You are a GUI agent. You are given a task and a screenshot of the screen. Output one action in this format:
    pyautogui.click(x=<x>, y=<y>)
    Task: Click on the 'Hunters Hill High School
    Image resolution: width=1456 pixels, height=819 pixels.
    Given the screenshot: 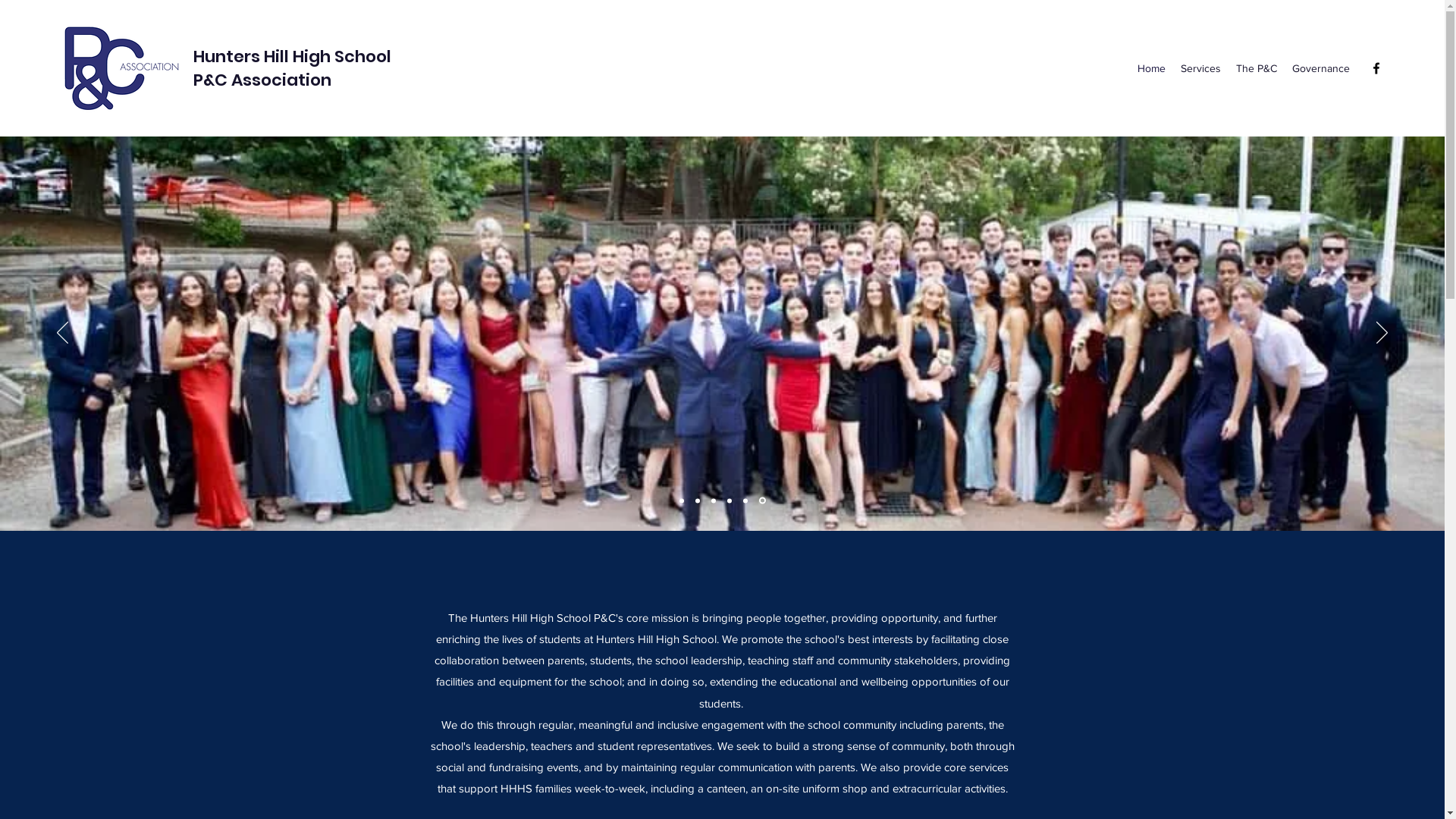 What is the action you would take?
    pyautogui.click(x=292, y=67)
    